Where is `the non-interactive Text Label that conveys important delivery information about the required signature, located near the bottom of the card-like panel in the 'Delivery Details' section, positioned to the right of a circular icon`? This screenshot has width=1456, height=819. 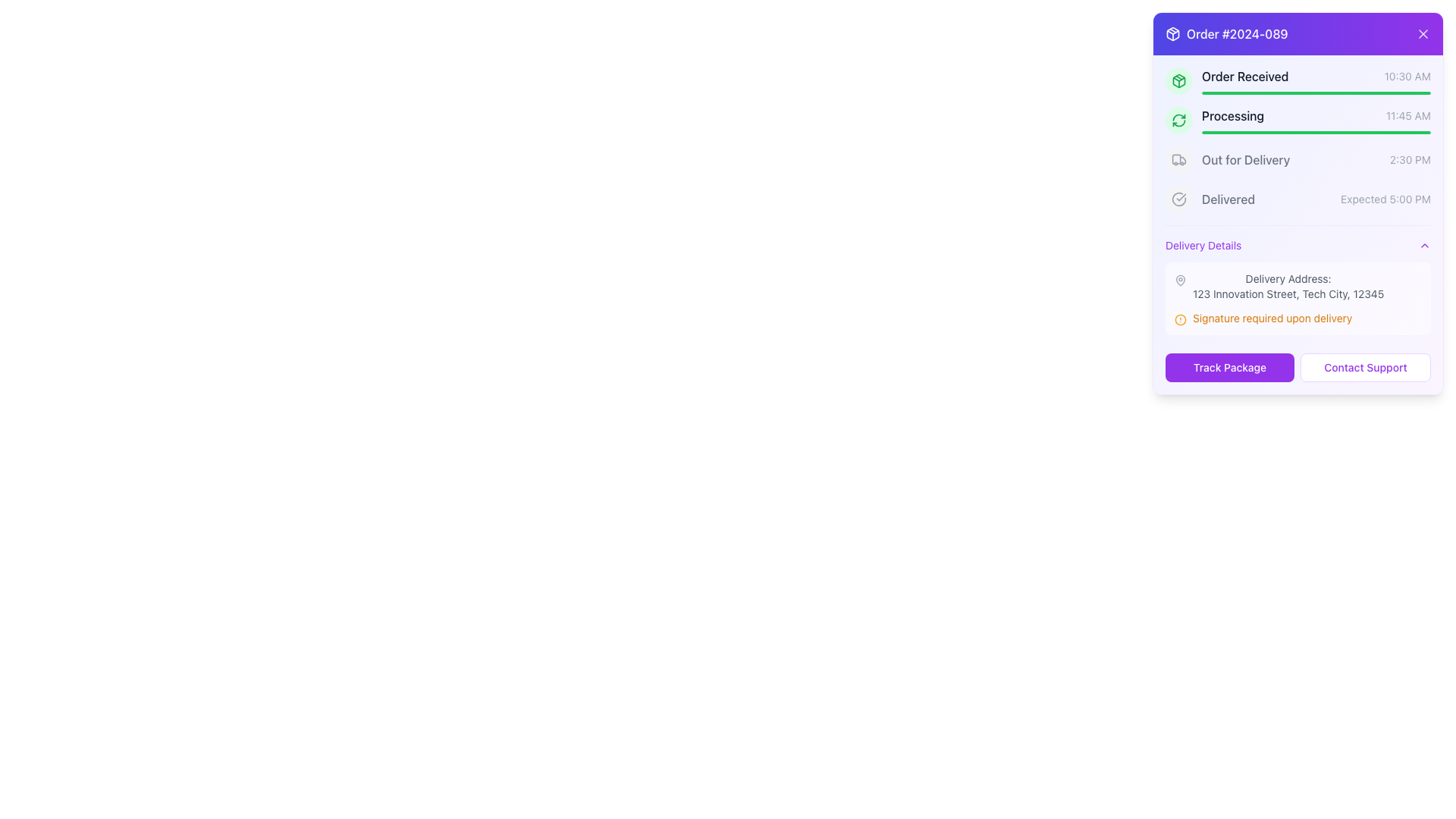 the non-interactive Text Label that conveys important delivery information about the required signature, located near the bottom of the card-like panel in the 'Delivery Details' section, positioned to the right of a circular icon is located at coordinates (1272, 318).